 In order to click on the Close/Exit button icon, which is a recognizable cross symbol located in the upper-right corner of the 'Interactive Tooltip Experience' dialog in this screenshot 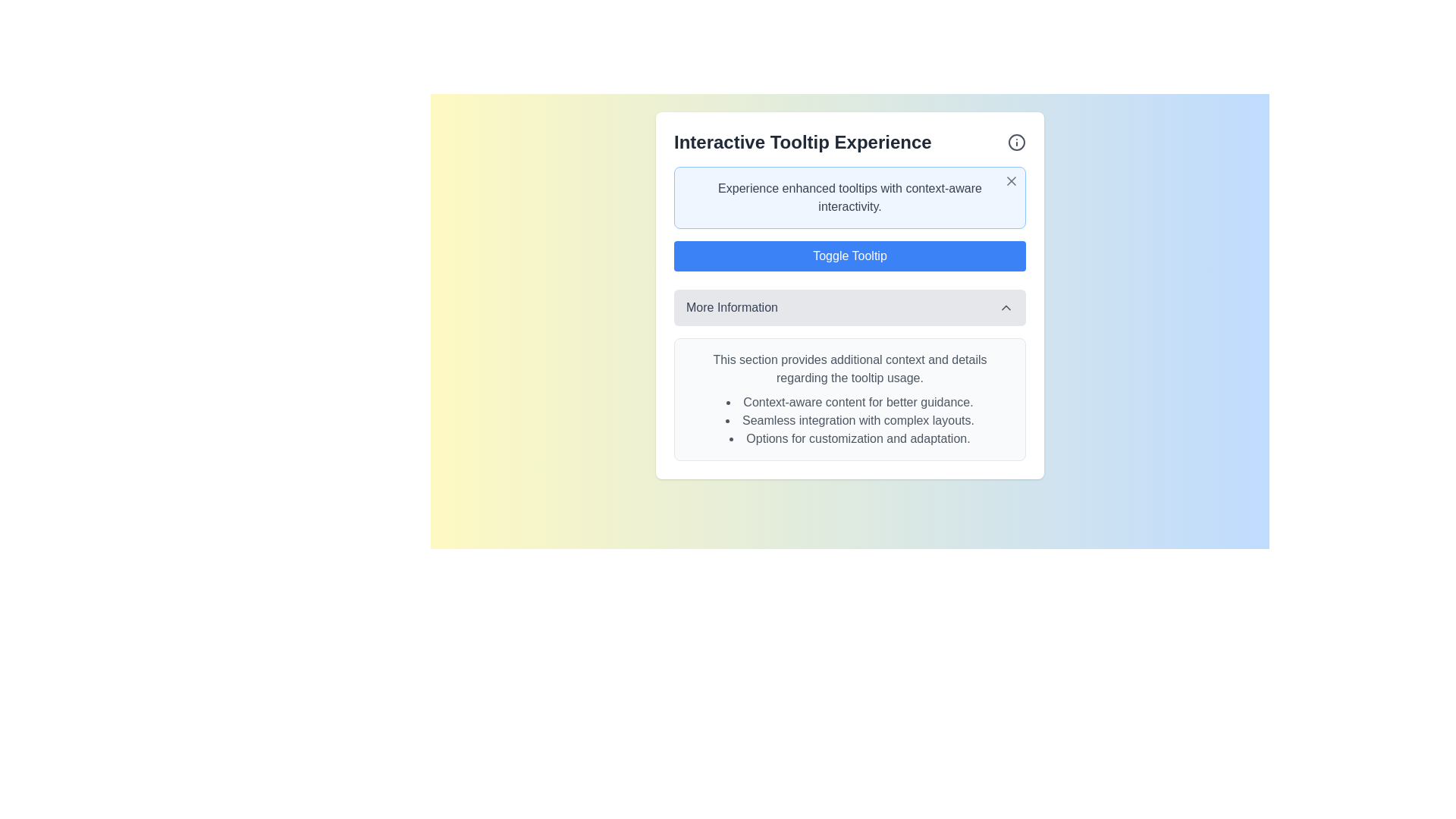, I will do `click(1012, 180)`.